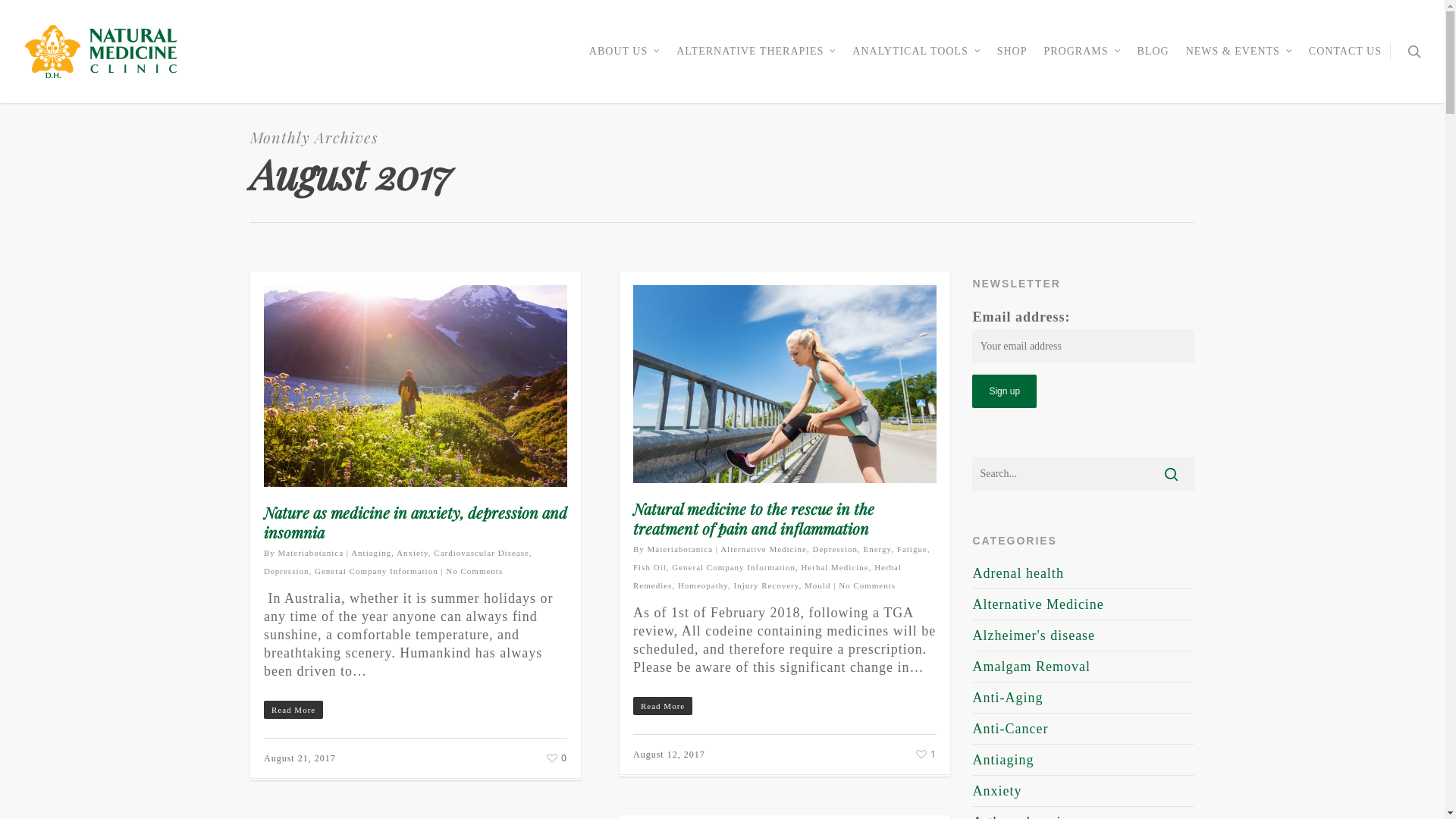  I want to click on 'Cardiovascular Disease', so click(432, 553).